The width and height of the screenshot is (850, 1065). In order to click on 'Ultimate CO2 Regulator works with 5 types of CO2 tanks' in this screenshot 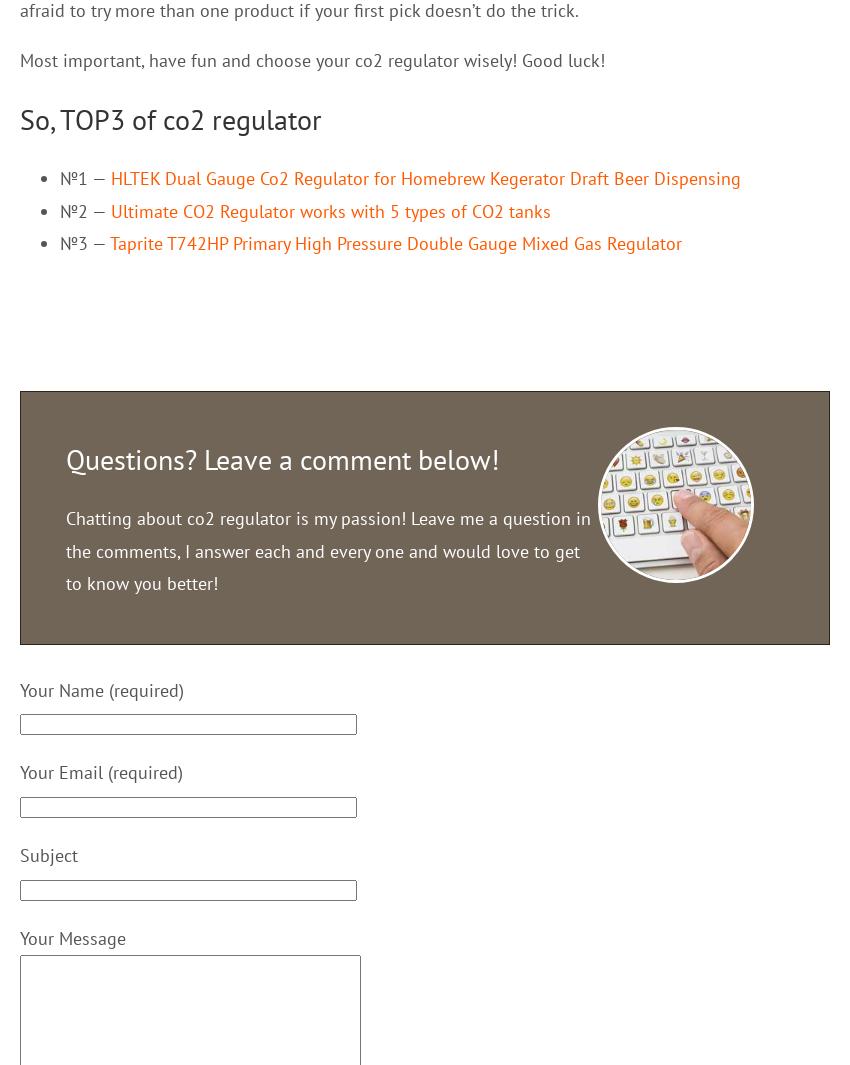, I will do `click(330, 209)`.